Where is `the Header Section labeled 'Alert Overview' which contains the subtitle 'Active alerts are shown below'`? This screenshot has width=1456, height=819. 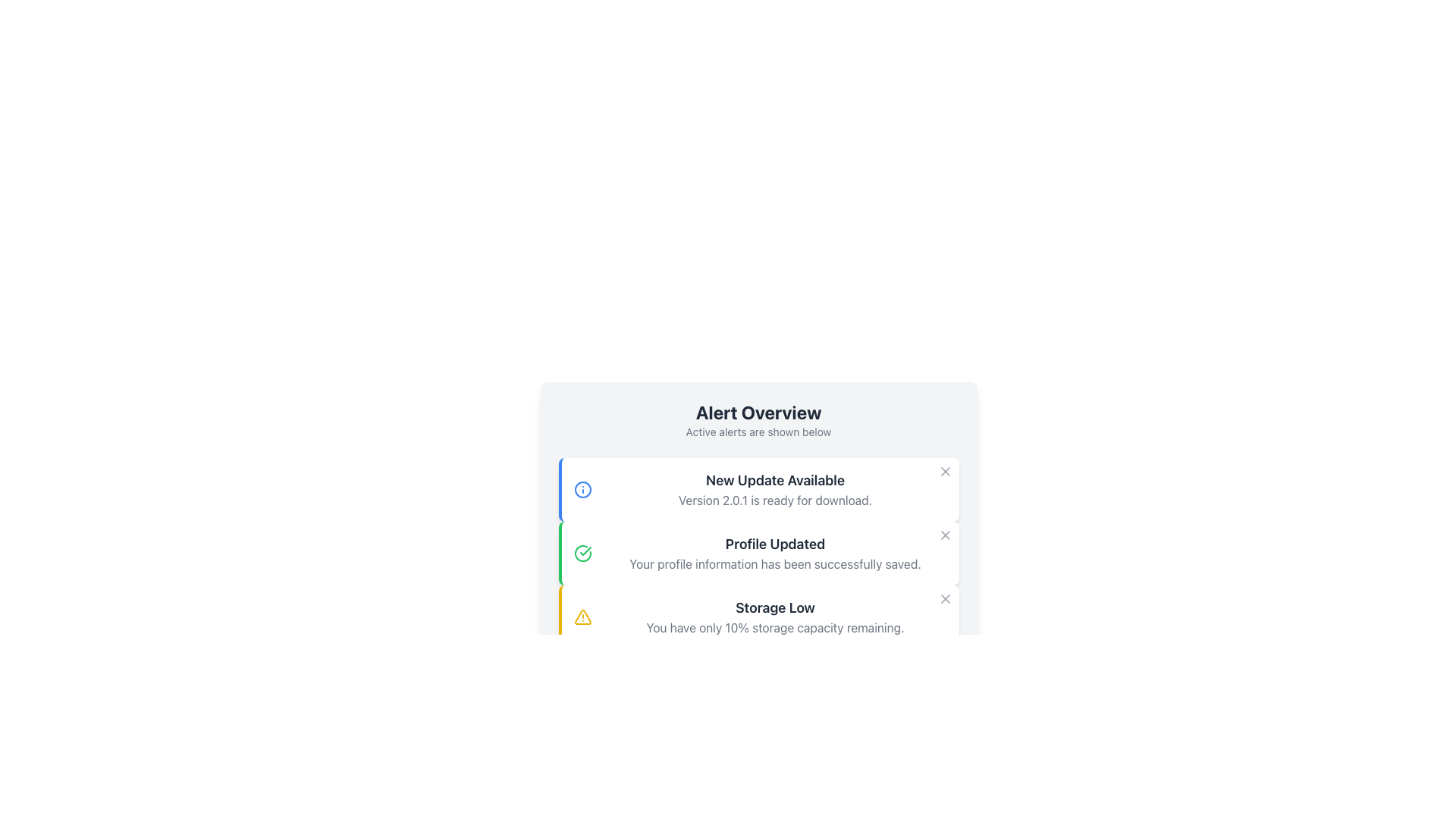 the Header Section labeled 'Alert Overview' which contains the subtitle 'Active alerts are shown below' is located at coordinates (758, 420).